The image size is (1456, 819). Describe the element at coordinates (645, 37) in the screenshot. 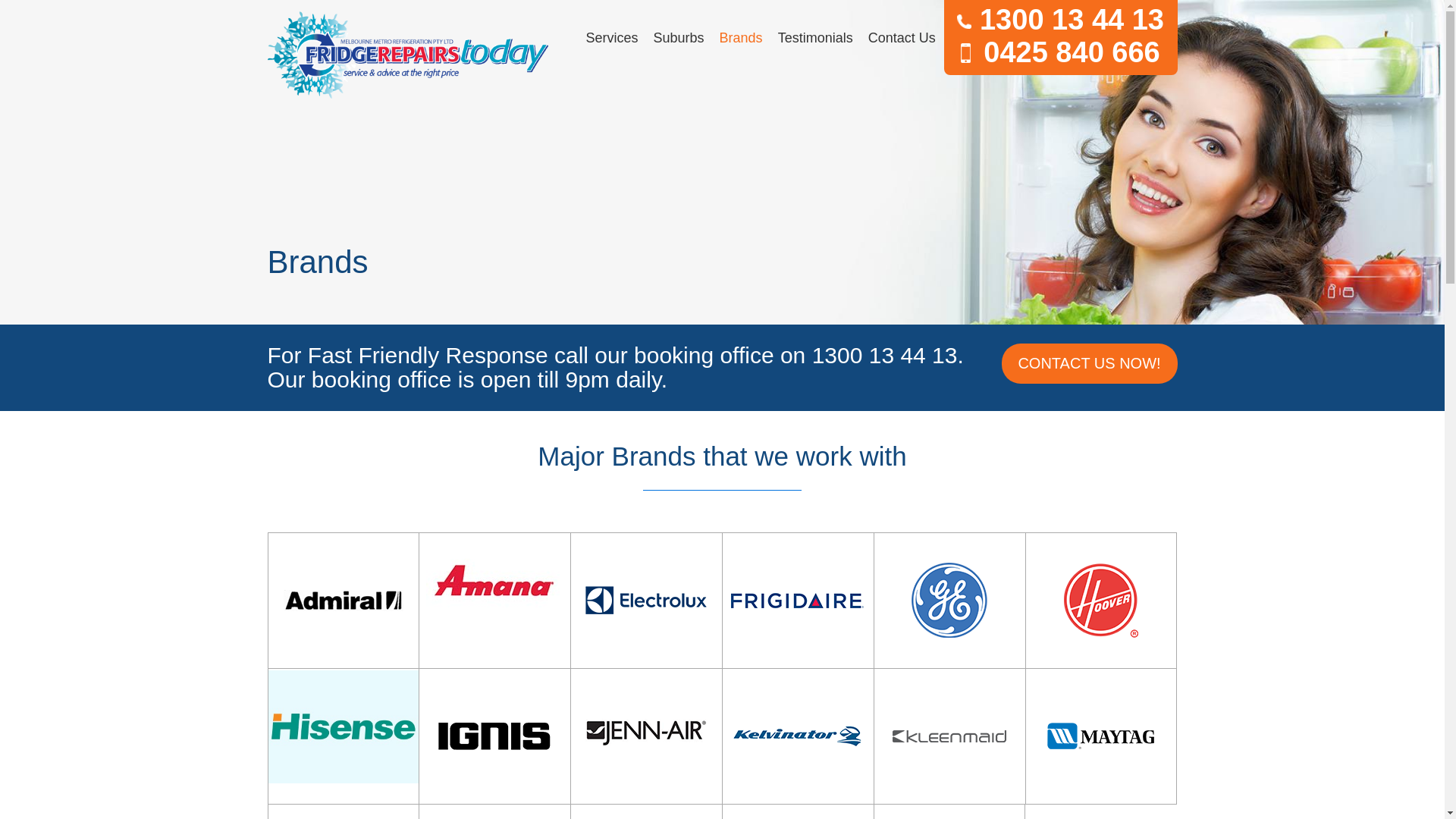

I see `'Suburbs'` at that location.